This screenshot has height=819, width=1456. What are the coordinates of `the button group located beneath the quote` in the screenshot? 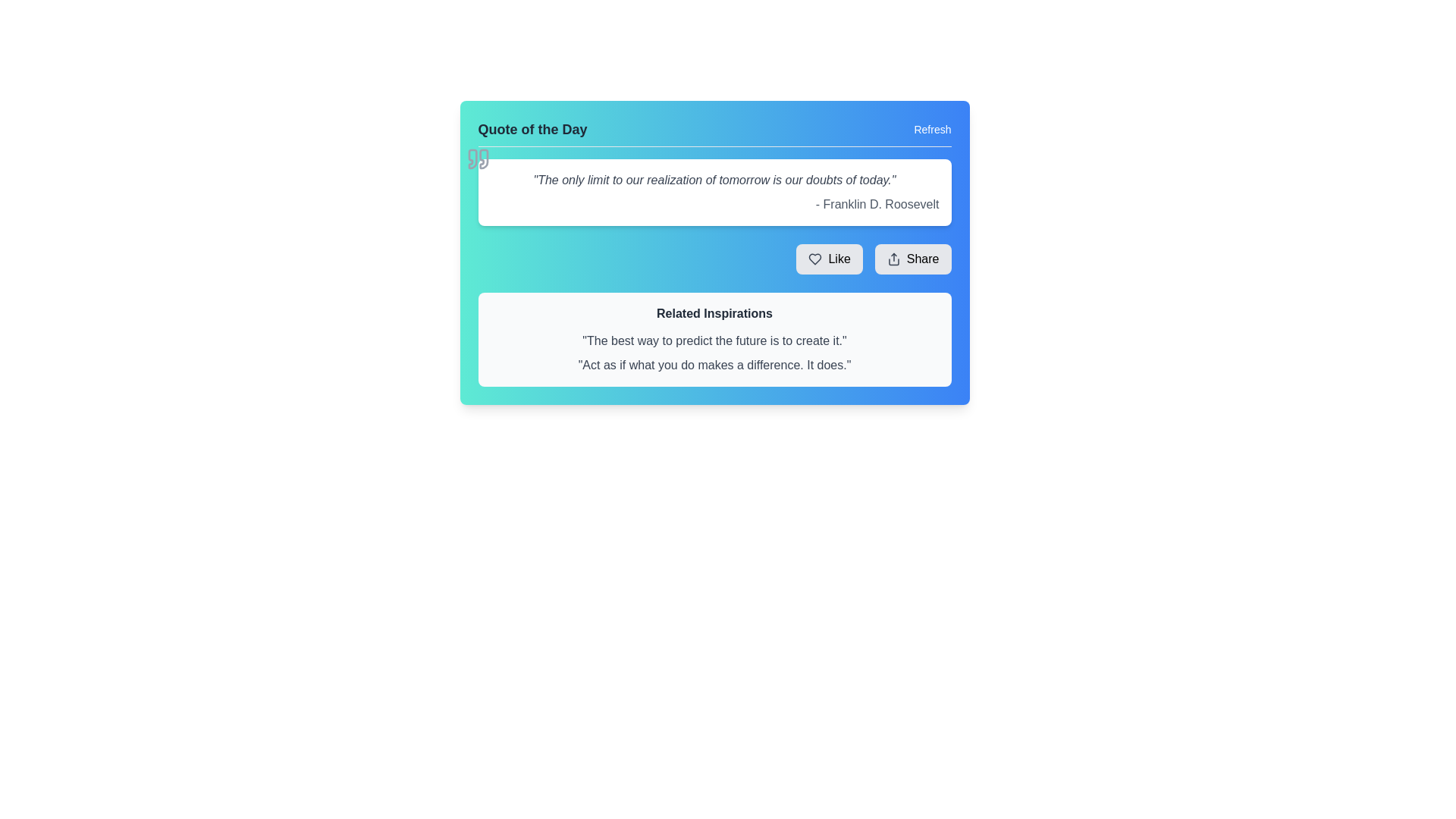 It's located at (714, 259).